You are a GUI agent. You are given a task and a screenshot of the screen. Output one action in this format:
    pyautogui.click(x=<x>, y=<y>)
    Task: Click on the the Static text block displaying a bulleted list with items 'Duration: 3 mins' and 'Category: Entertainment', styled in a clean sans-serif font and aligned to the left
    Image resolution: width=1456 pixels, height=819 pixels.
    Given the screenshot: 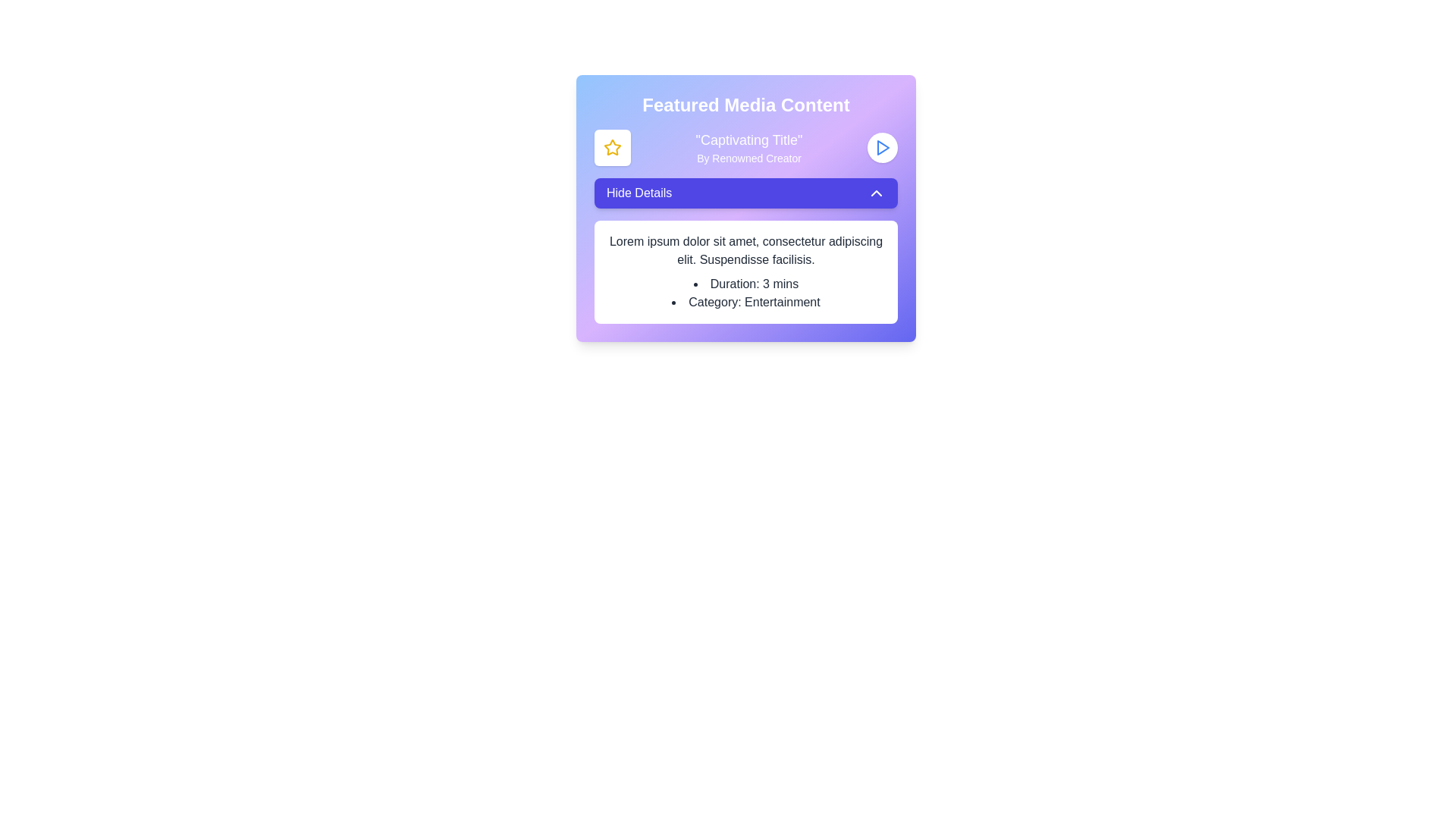 What is the action you would take?
    pyautogui.click(x=745, y=293)
    